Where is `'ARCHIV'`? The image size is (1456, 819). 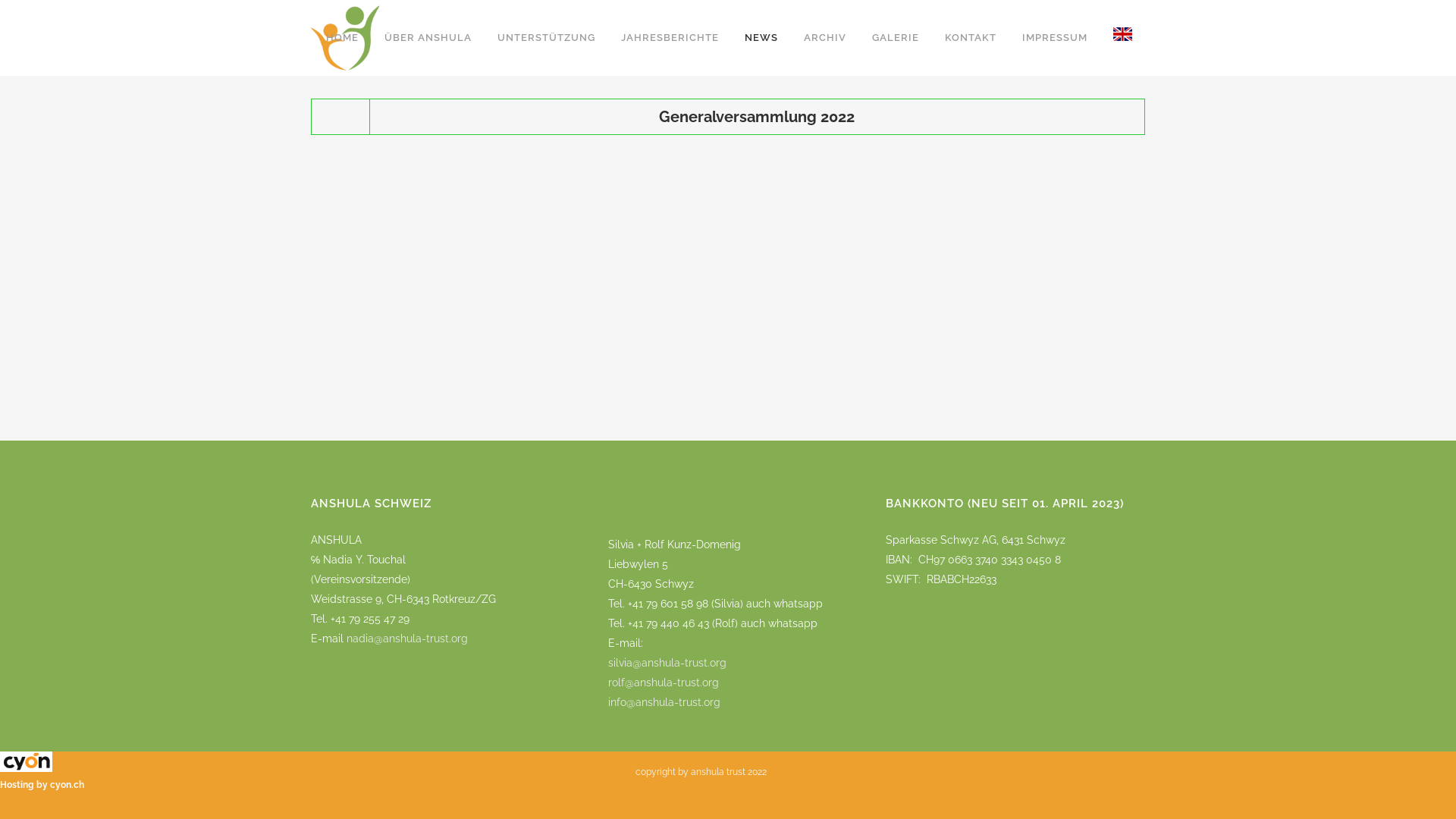 'ARCHIV' is located at coordinates (824, 37).